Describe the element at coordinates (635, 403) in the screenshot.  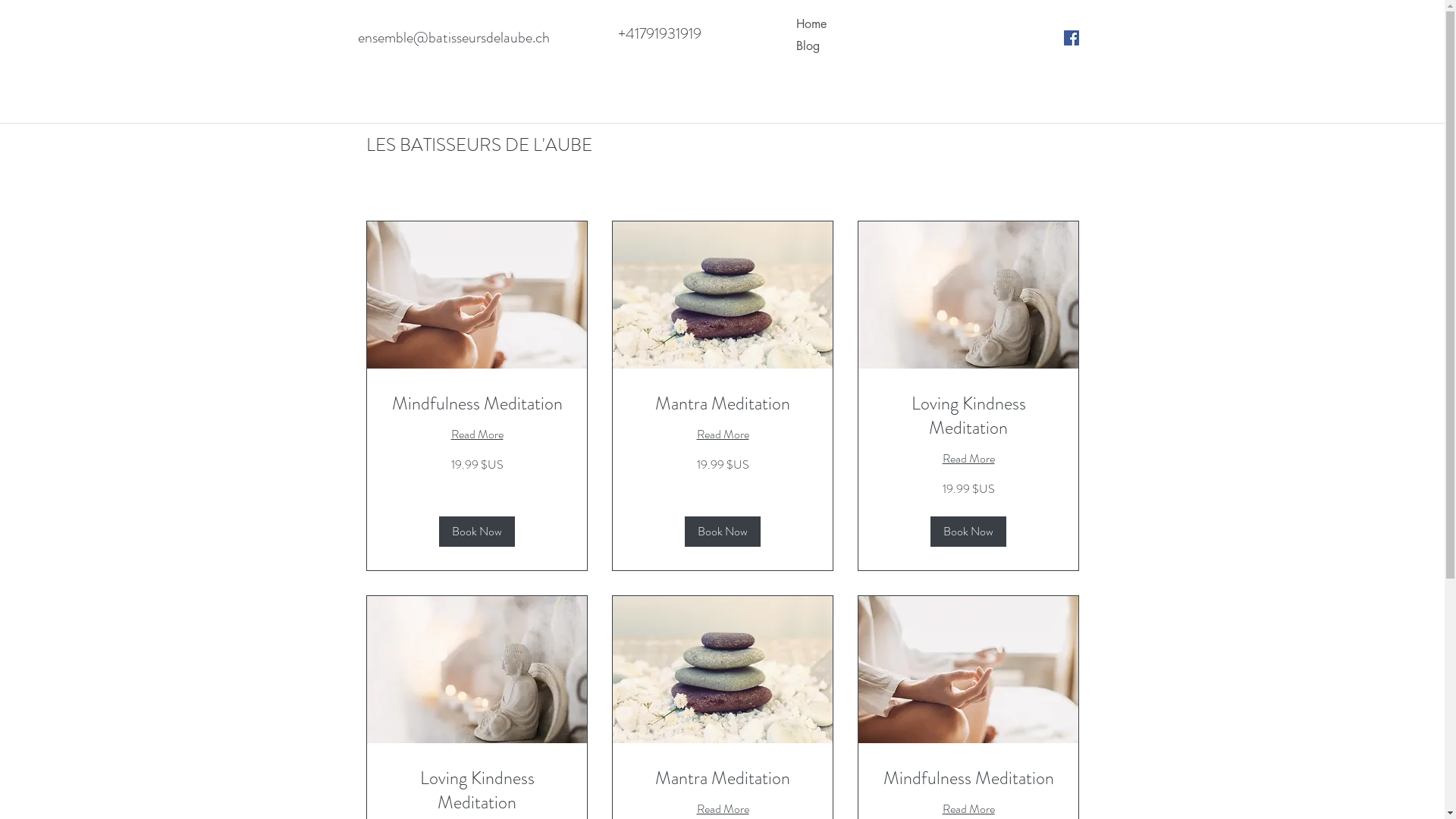
I see `'Mantra Meditation'` at that location.